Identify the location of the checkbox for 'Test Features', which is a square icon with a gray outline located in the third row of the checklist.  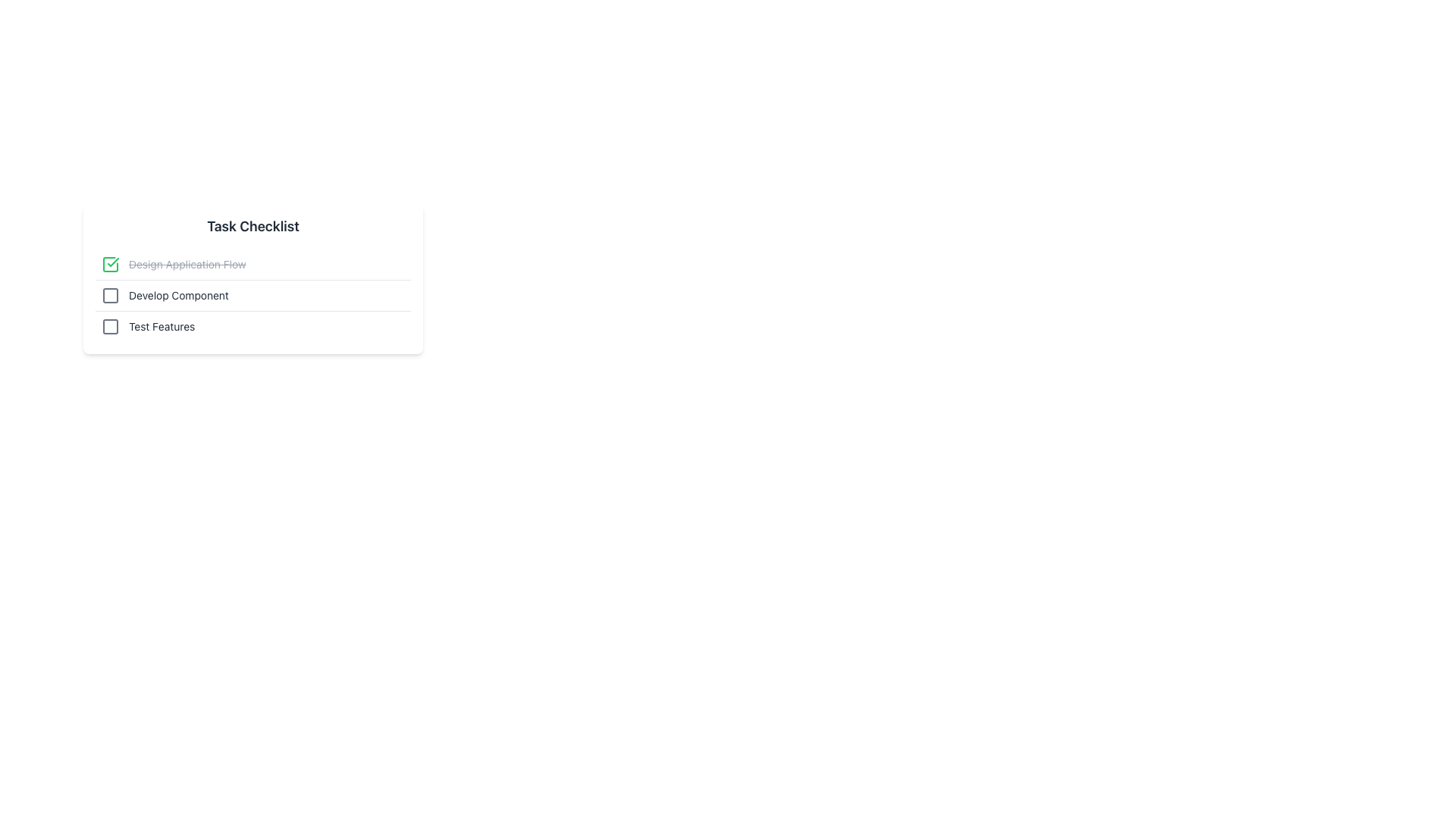
(109, 326).